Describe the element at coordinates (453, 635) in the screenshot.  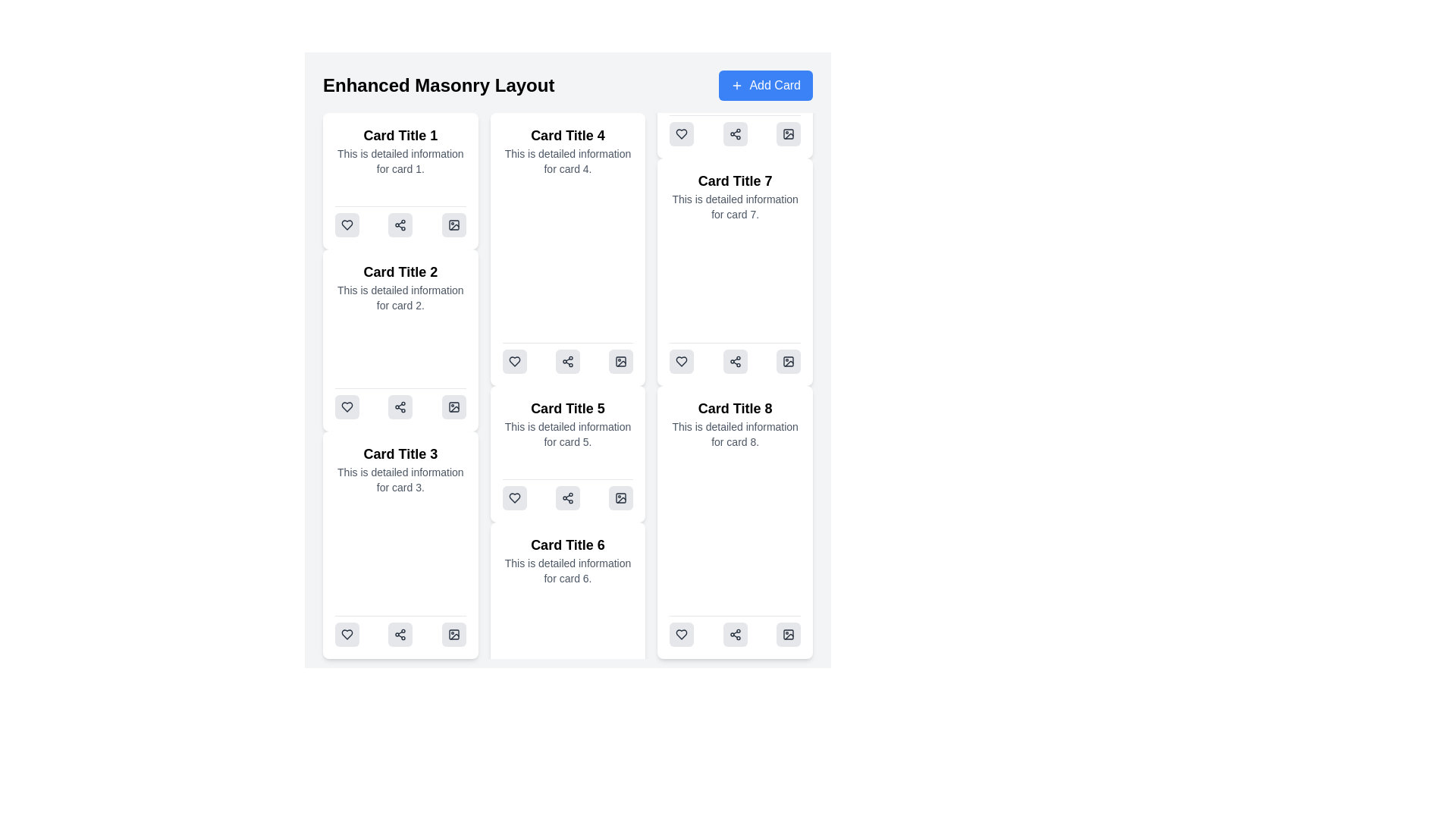
I see `the square icon with rounded corners located at the bottom-right corner of 'Card Title 3'` at that location.